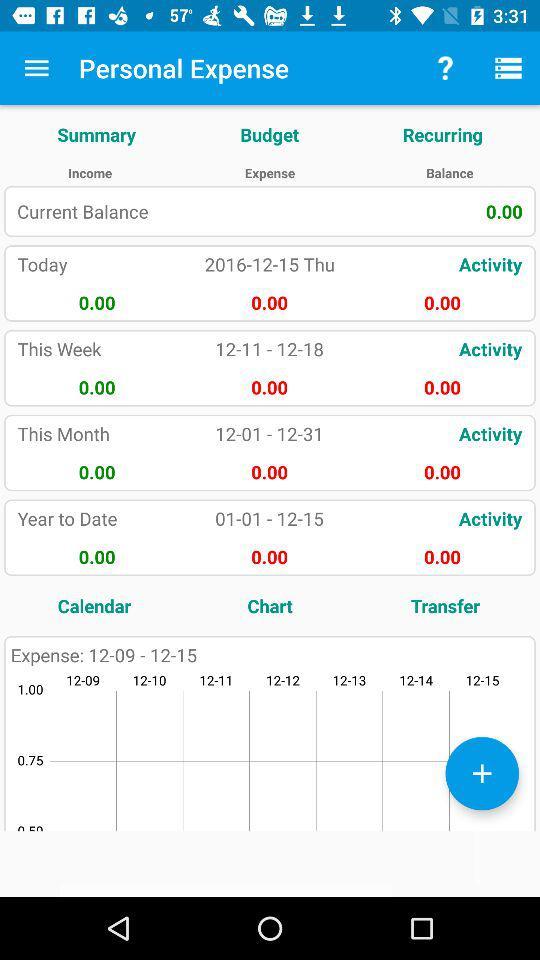 Image resolution: width=540 pixels, height=960 pixels. What do you see at coordinates (481, 772) in the screenshot?
I see `the add icon` at bounding box center [481, 772].